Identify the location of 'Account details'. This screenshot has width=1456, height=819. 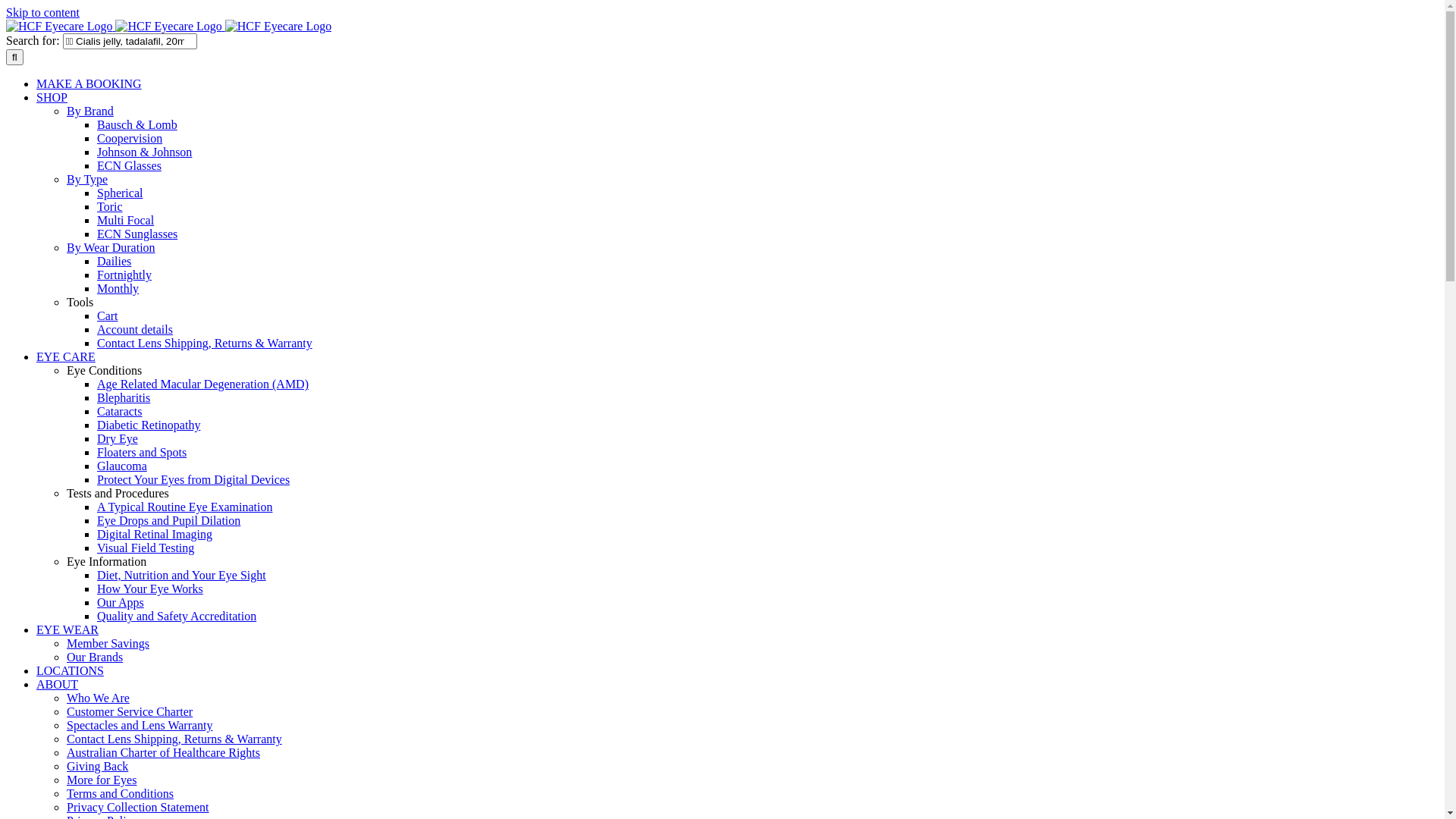
(134, 328).